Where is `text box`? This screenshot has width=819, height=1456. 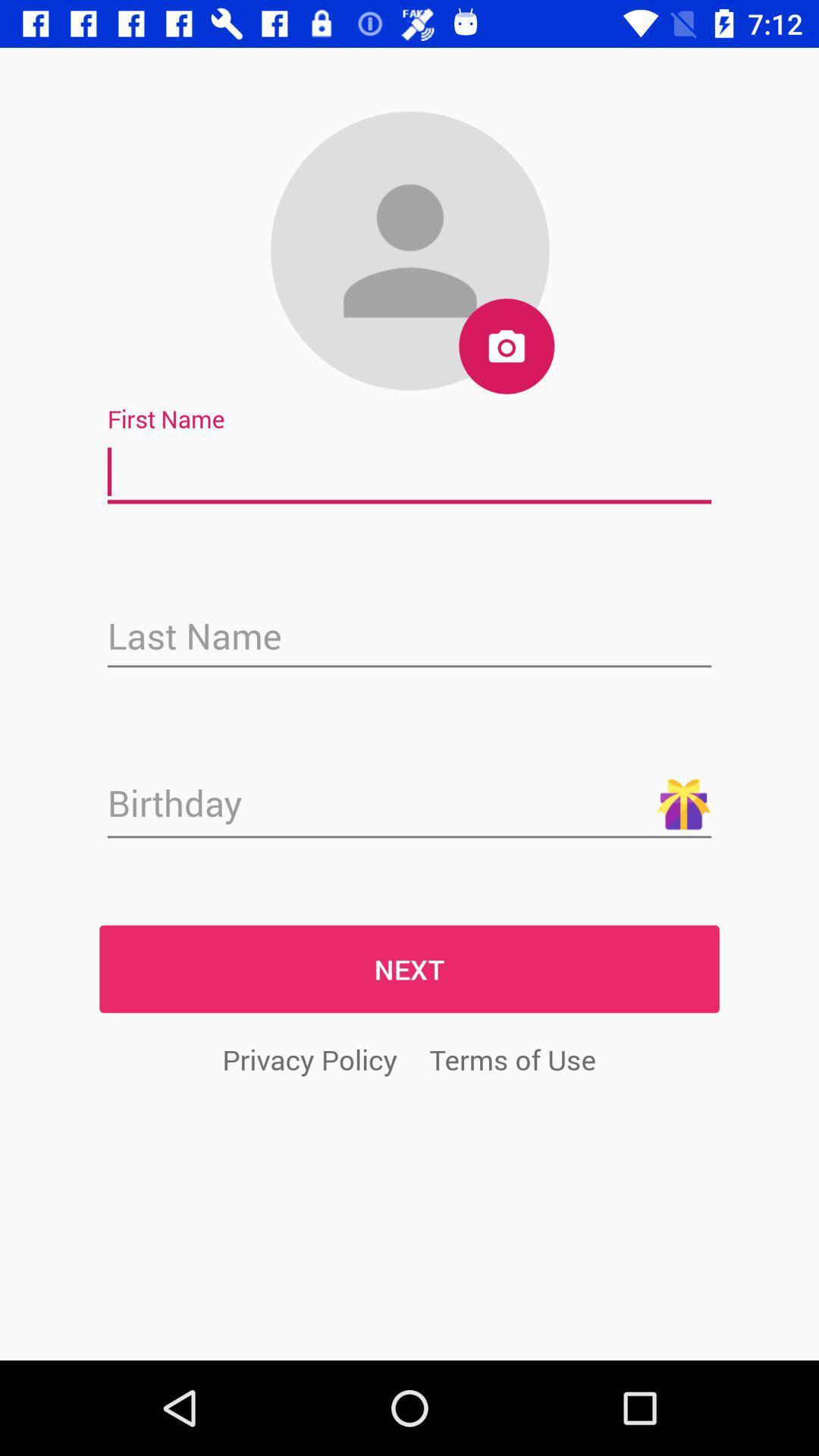 text box is located at coordinates (409, 638).